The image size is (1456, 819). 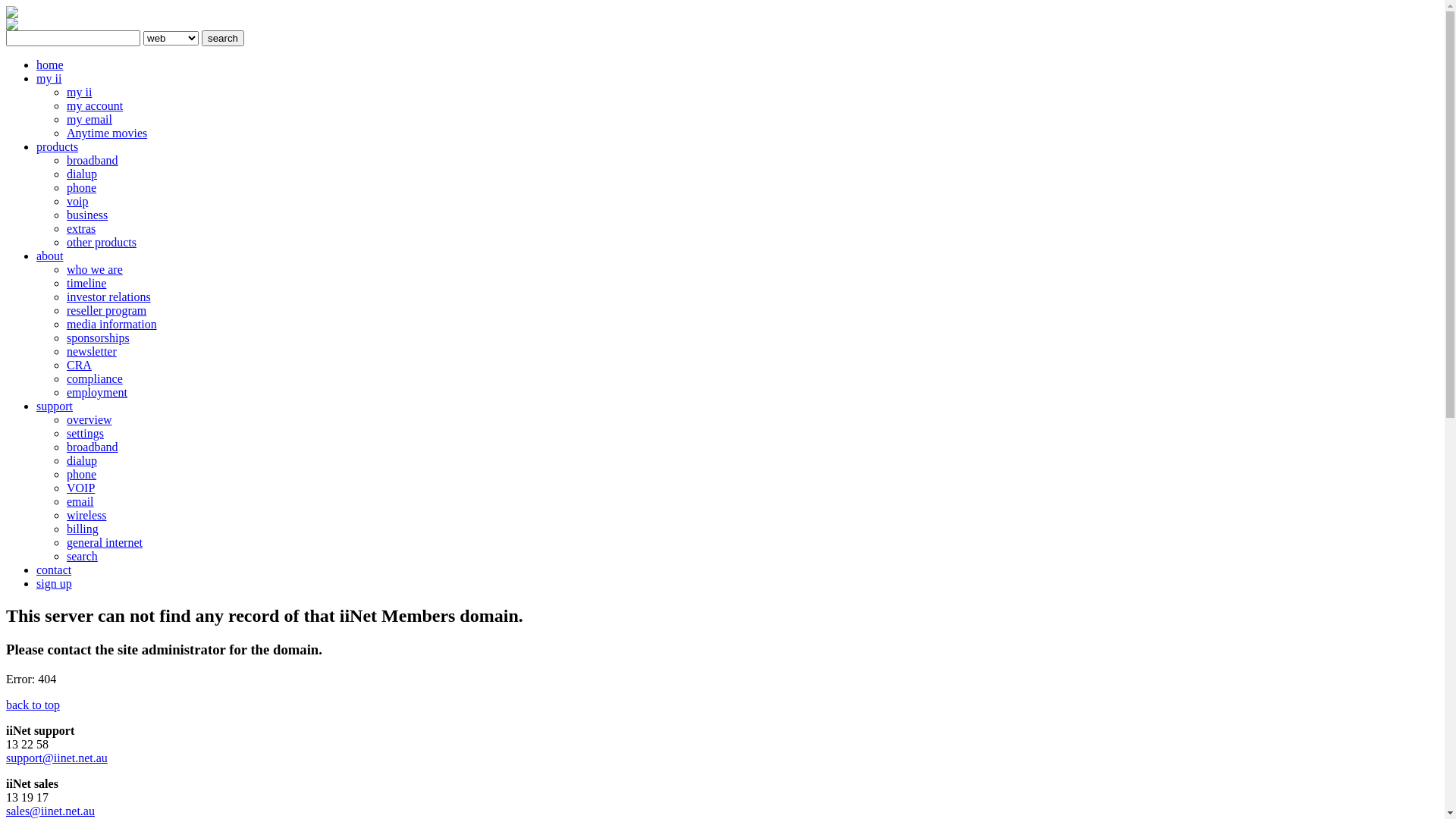 I want to click on 'overview', so click(x=89, y=419).